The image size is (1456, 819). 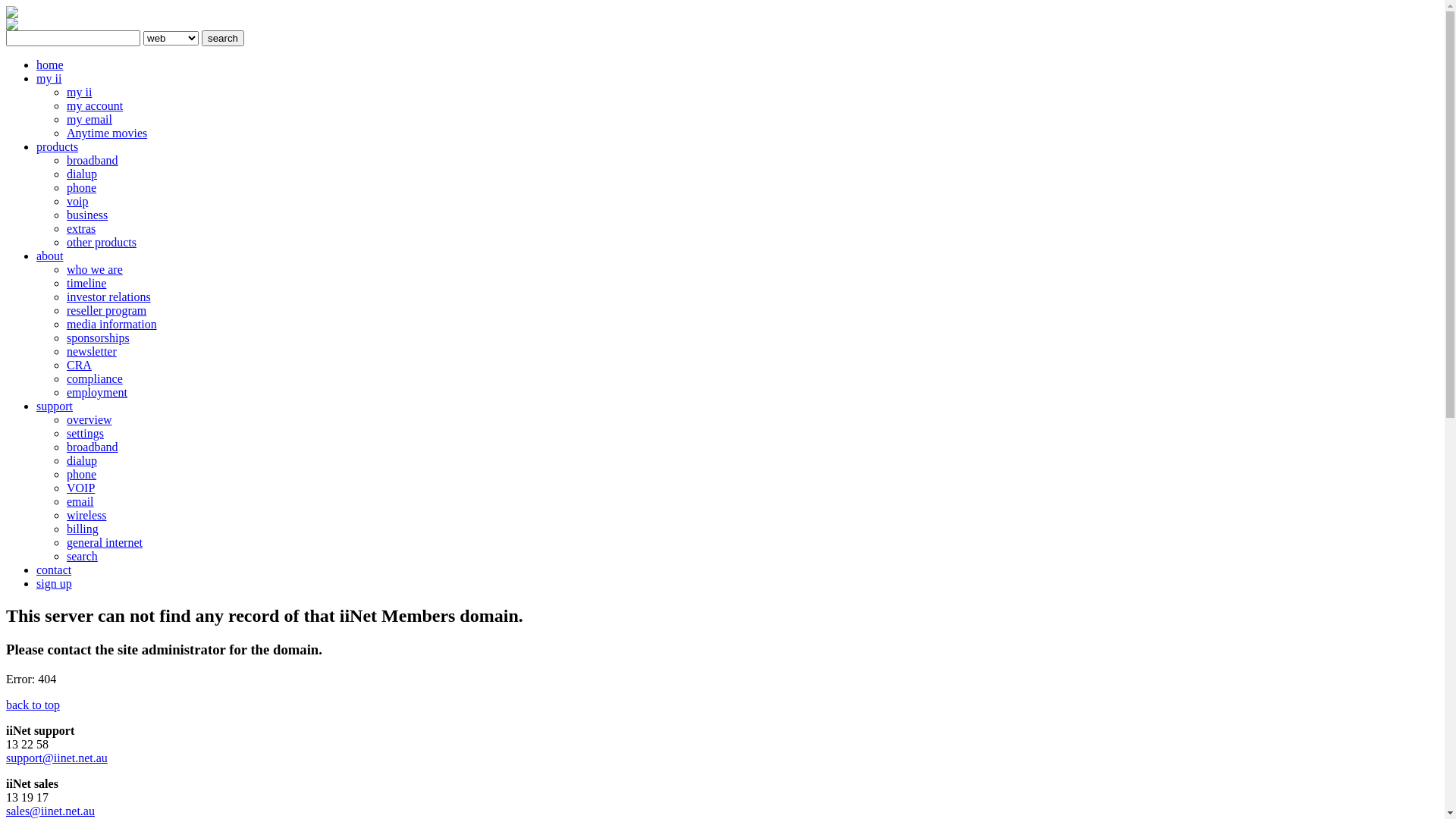 I want to click on 'overview', so click(x=89, y=419).